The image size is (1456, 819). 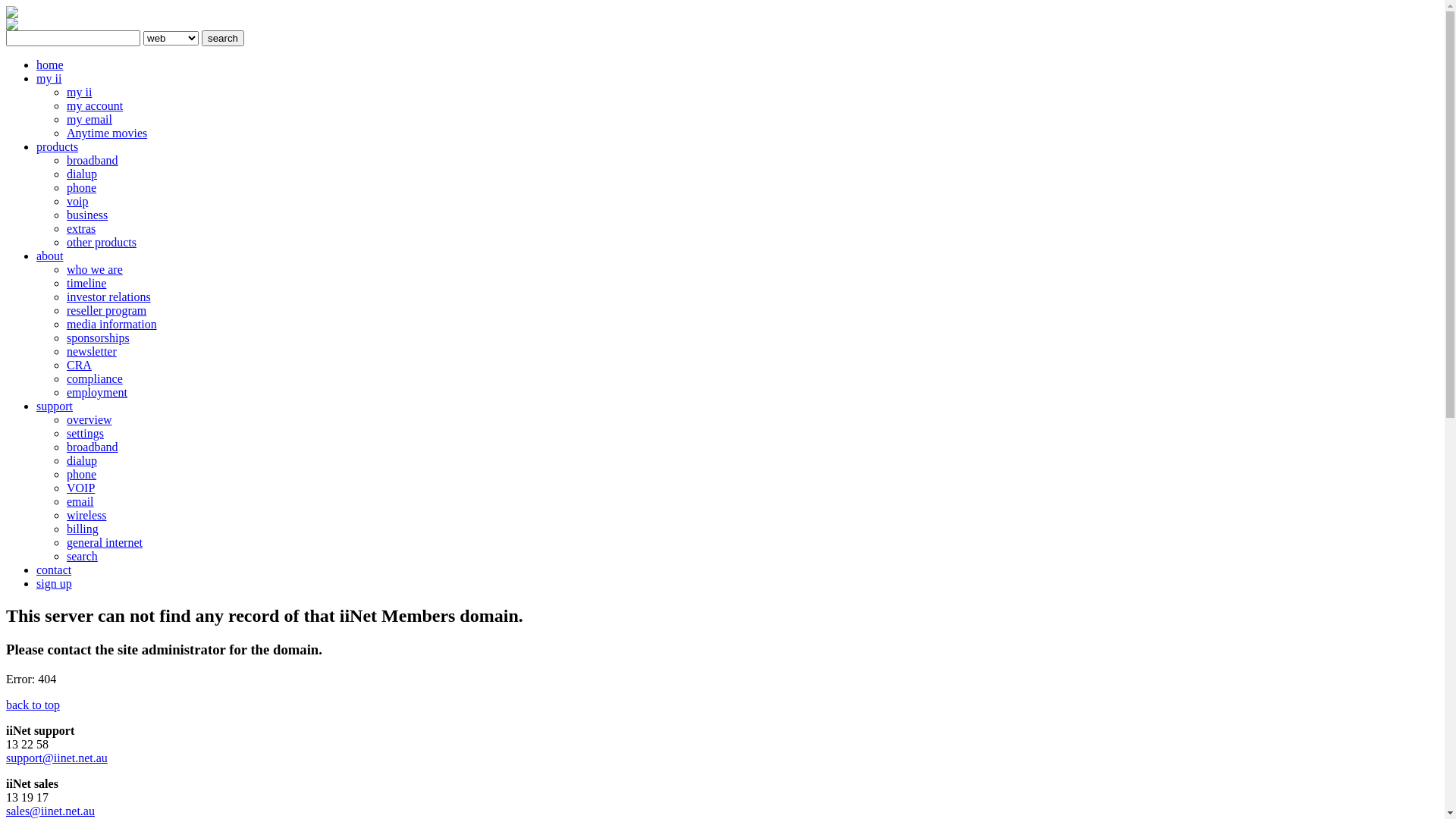 I want to click on 'overview', so click(x=89, y=419).